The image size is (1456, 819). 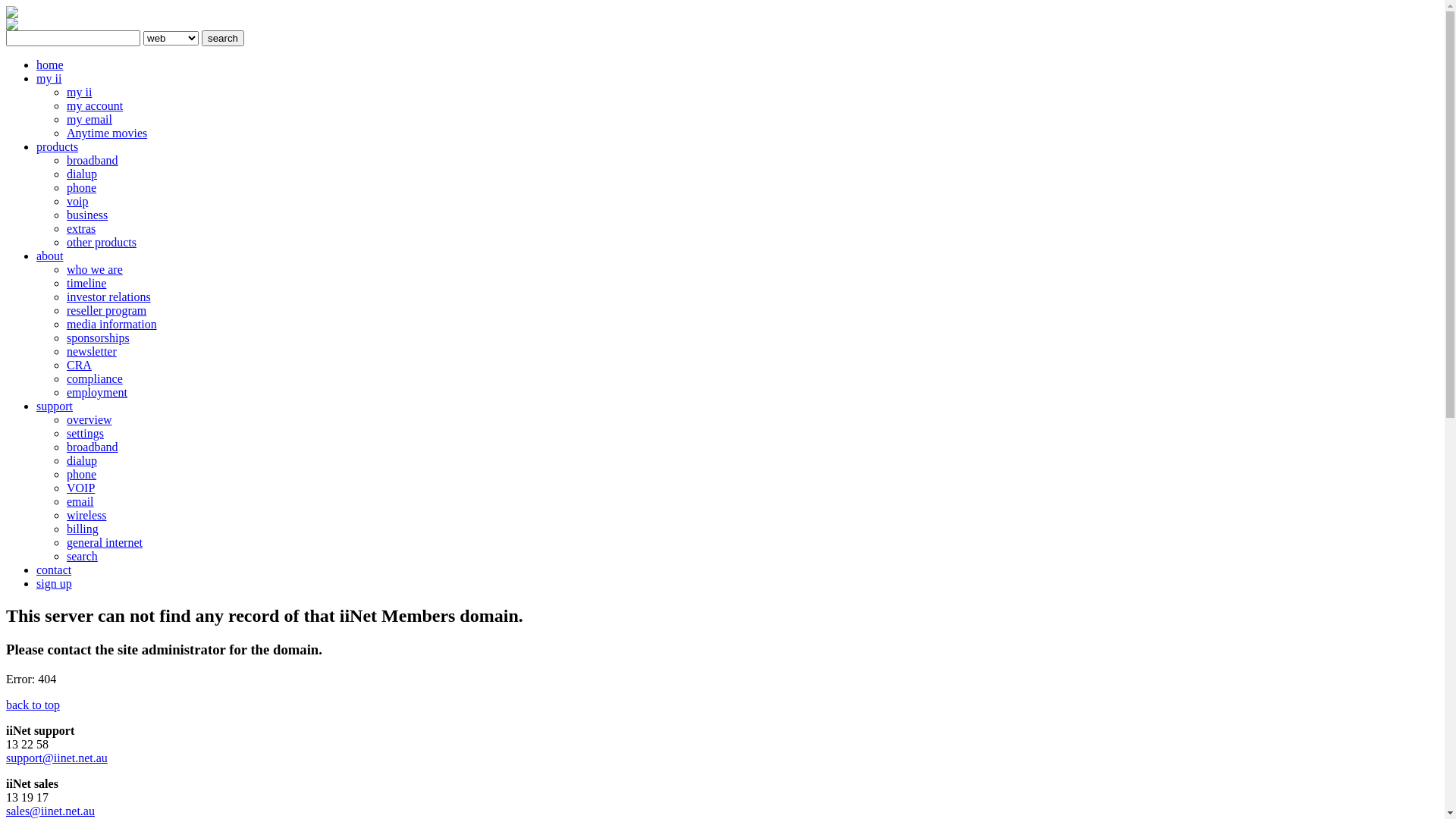 I want to click on 'overview', so click(x=89, y=419).